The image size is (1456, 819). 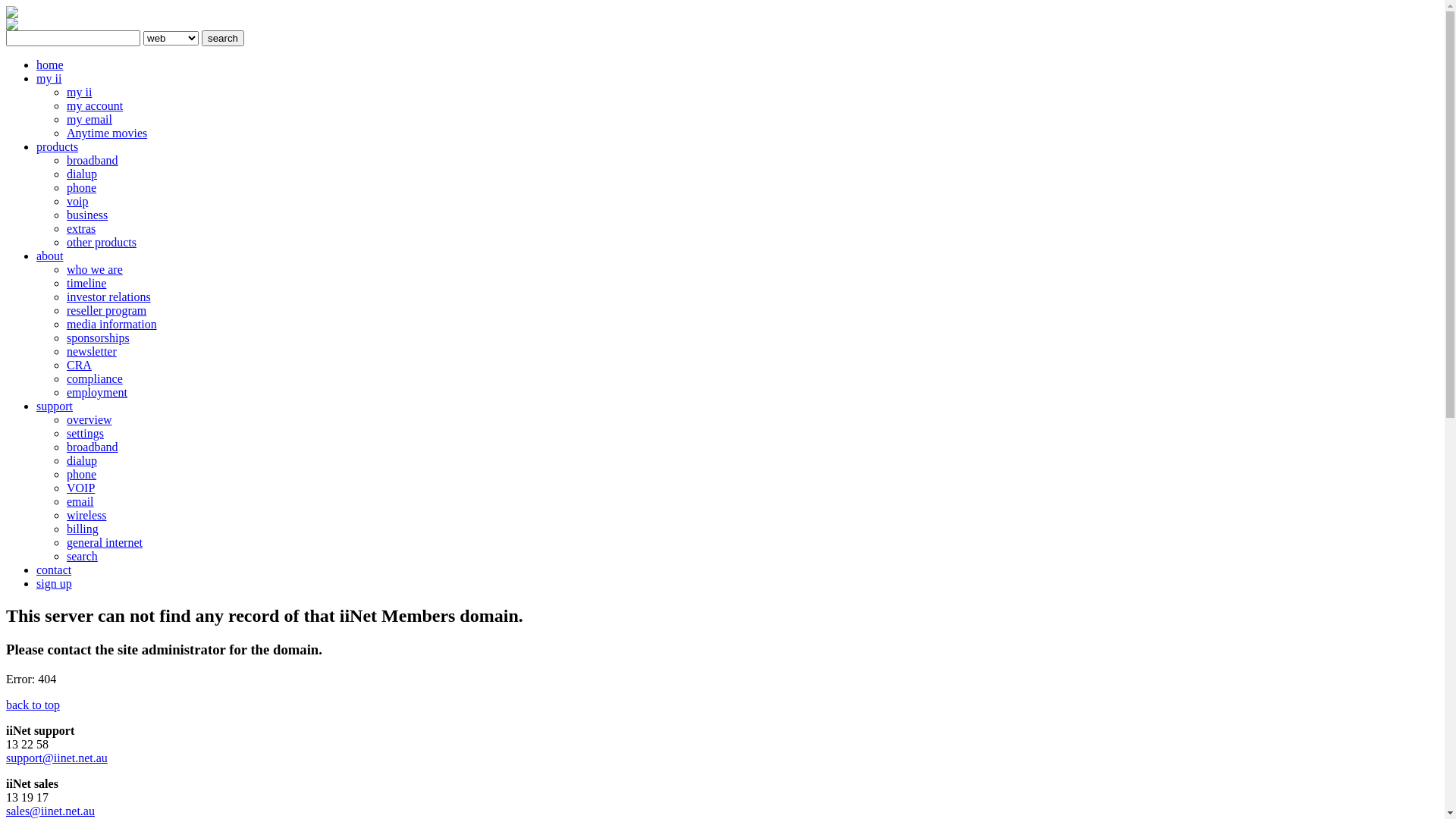 I want to click on 'overview', so click(x=89, y=419).